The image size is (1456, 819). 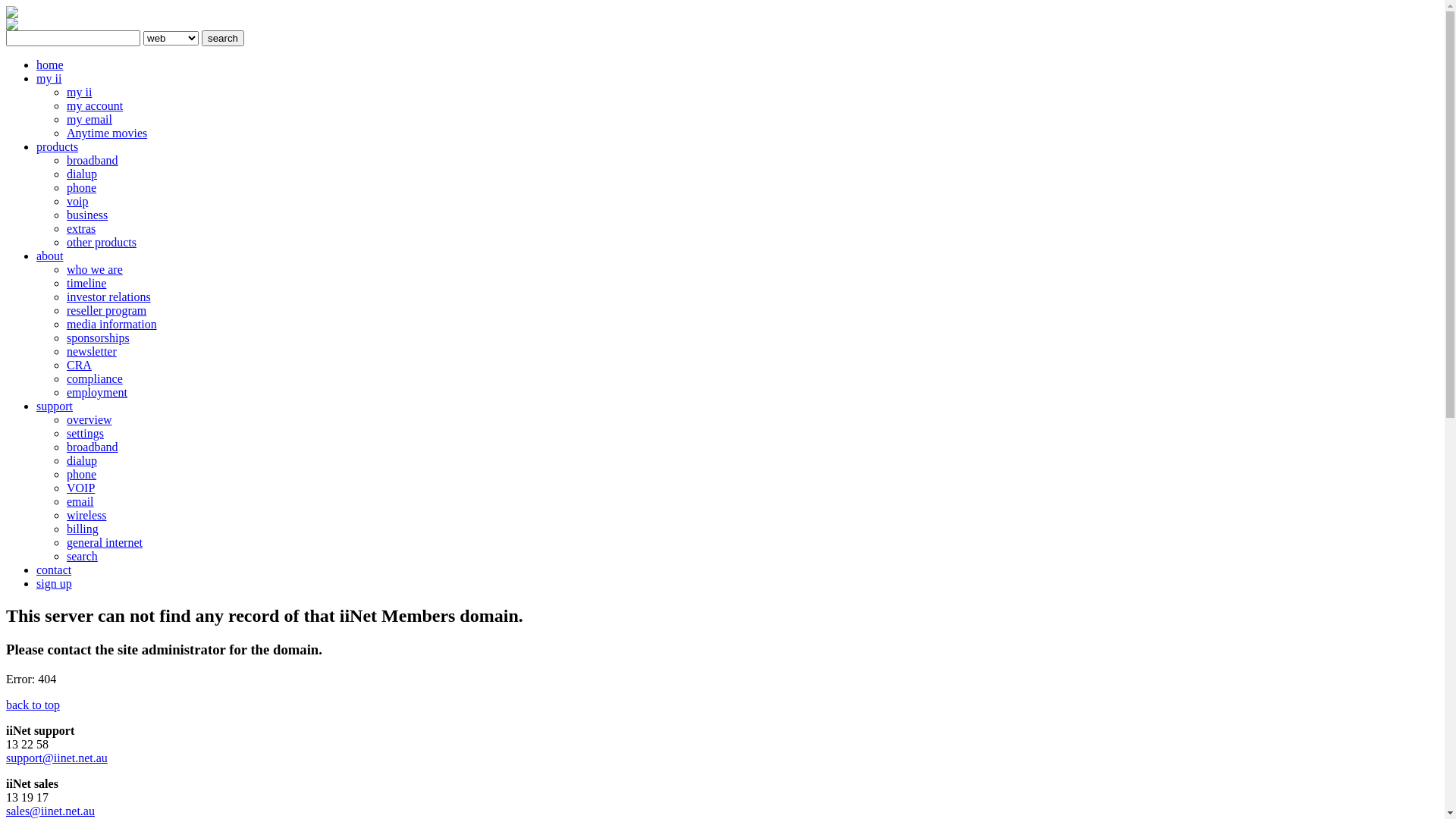 I want to click on 'overview', so click(x=89, y=419).